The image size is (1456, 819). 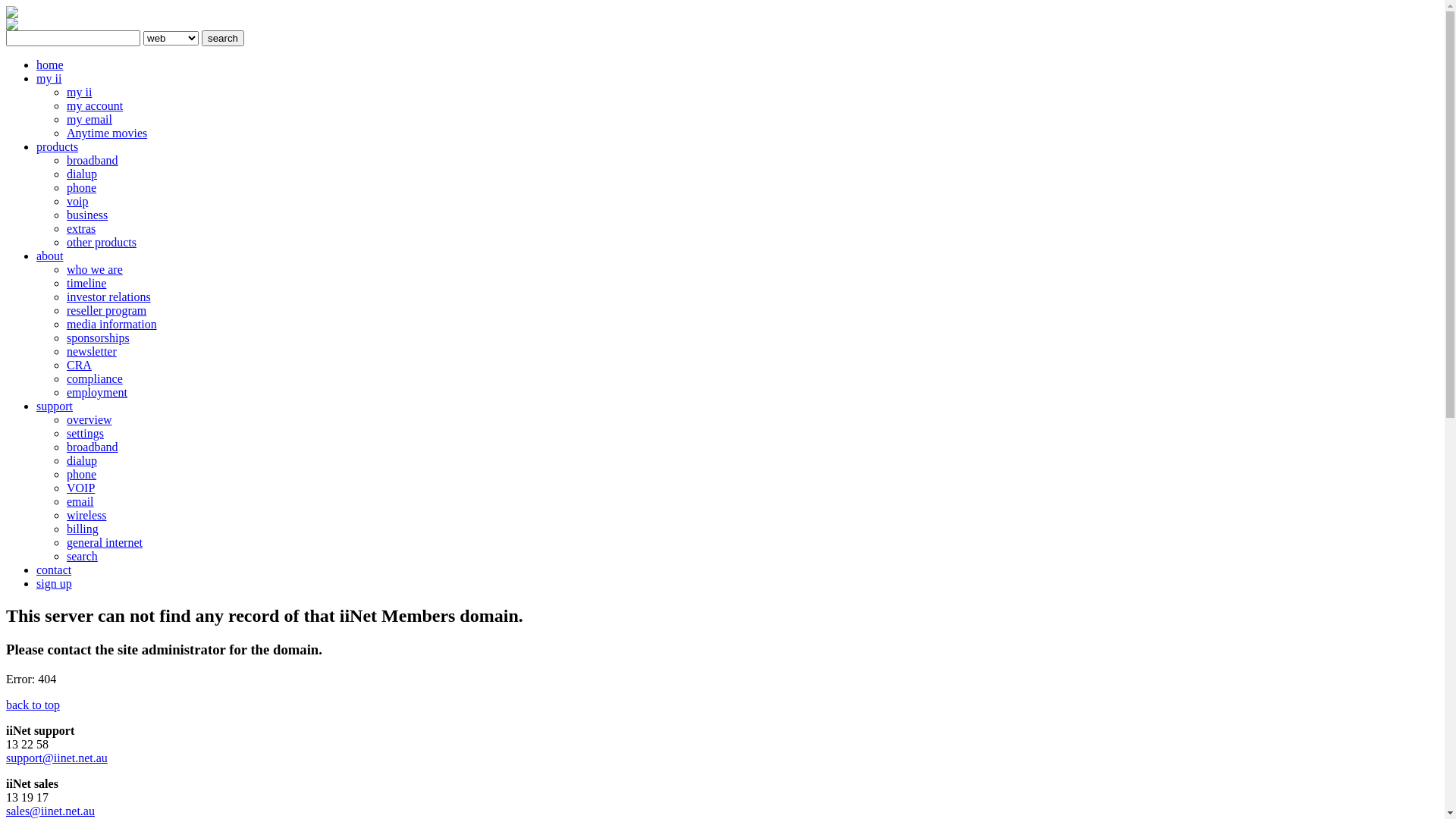 I want to click on 'overview', so click(x=89, y=419).